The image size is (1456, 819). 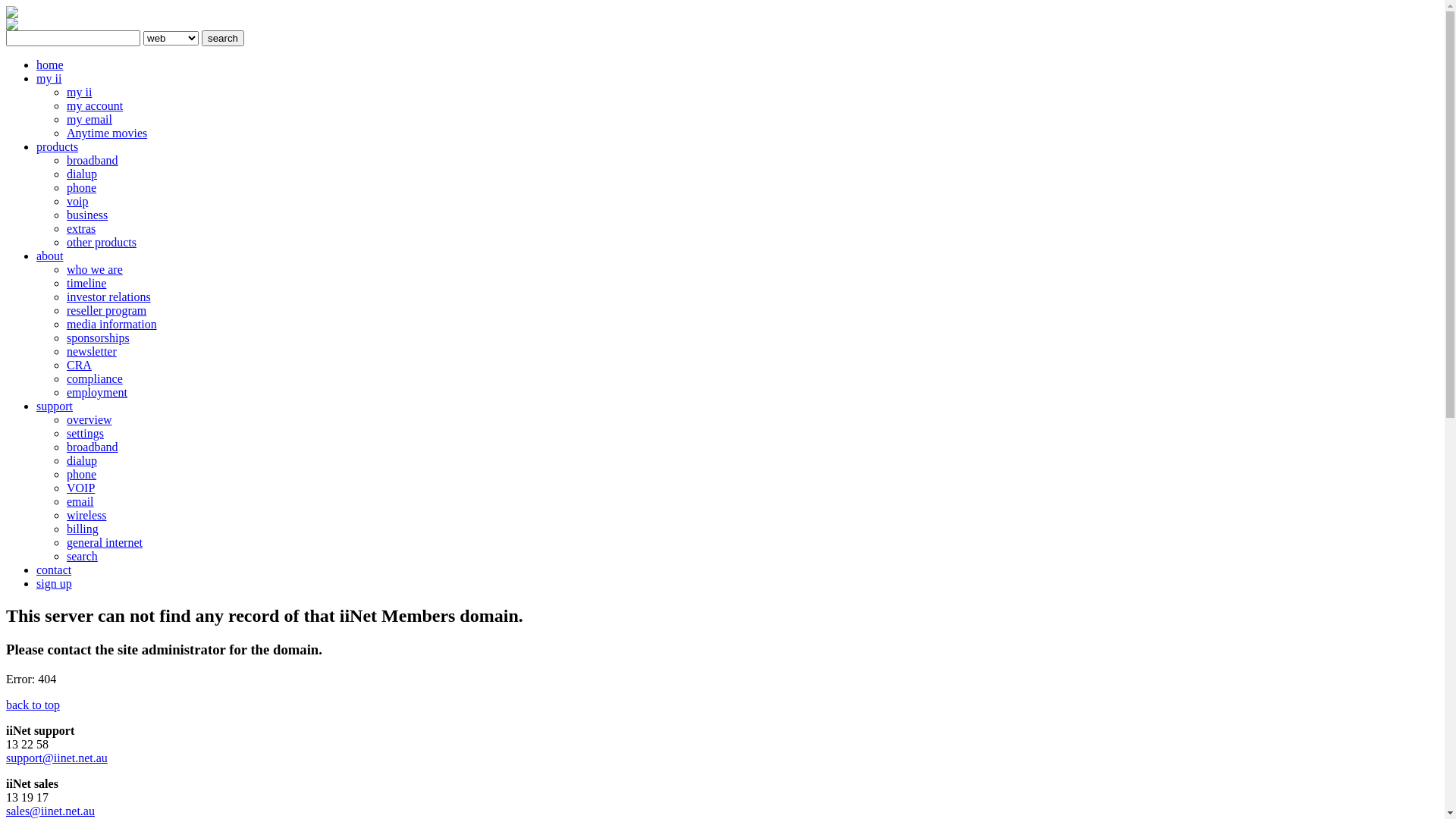 I want to click on 'overview', so click(x=89, y=419).